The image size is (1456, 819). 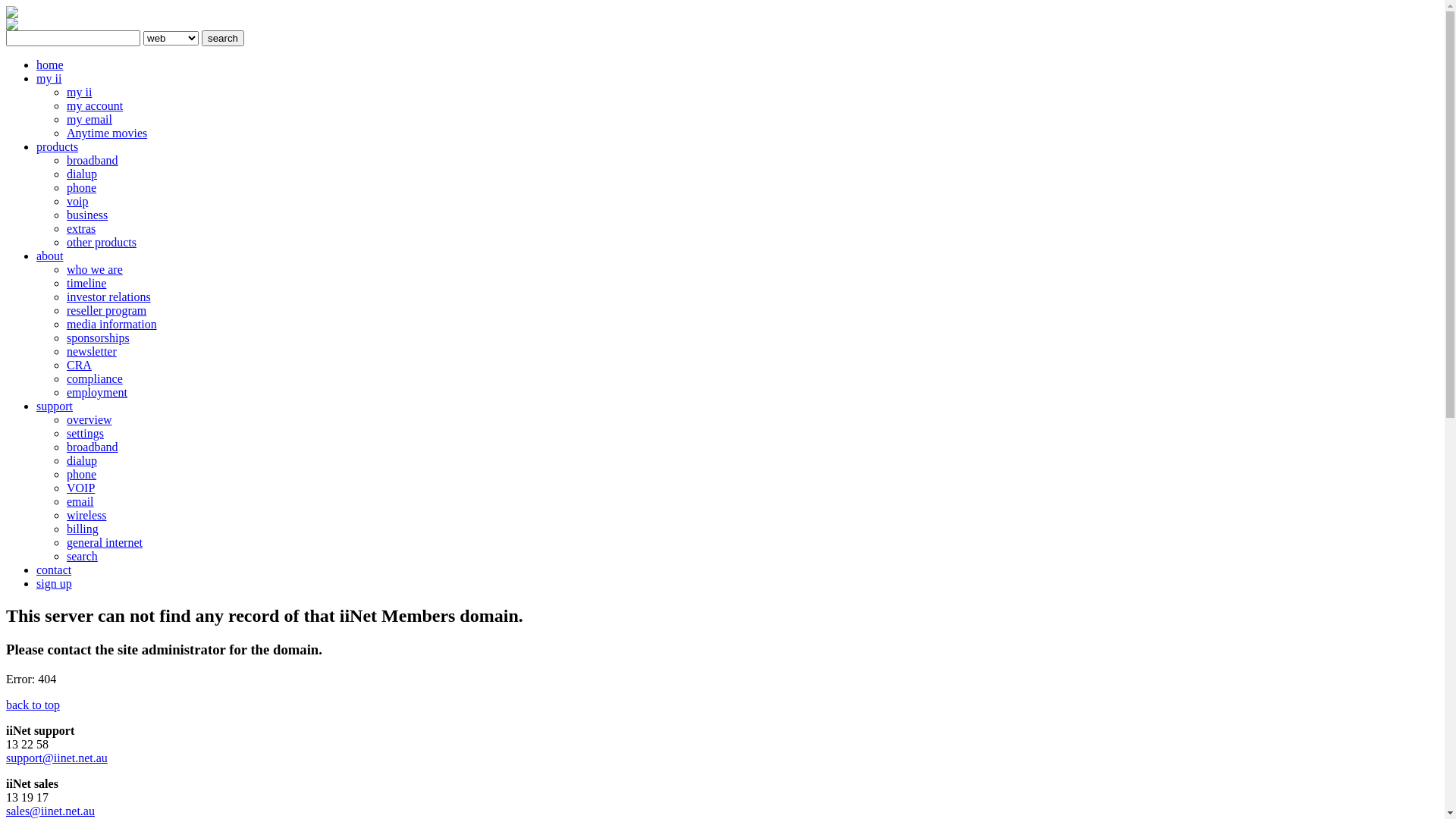 I want to click on 'overview', so click(x=89, y=419).